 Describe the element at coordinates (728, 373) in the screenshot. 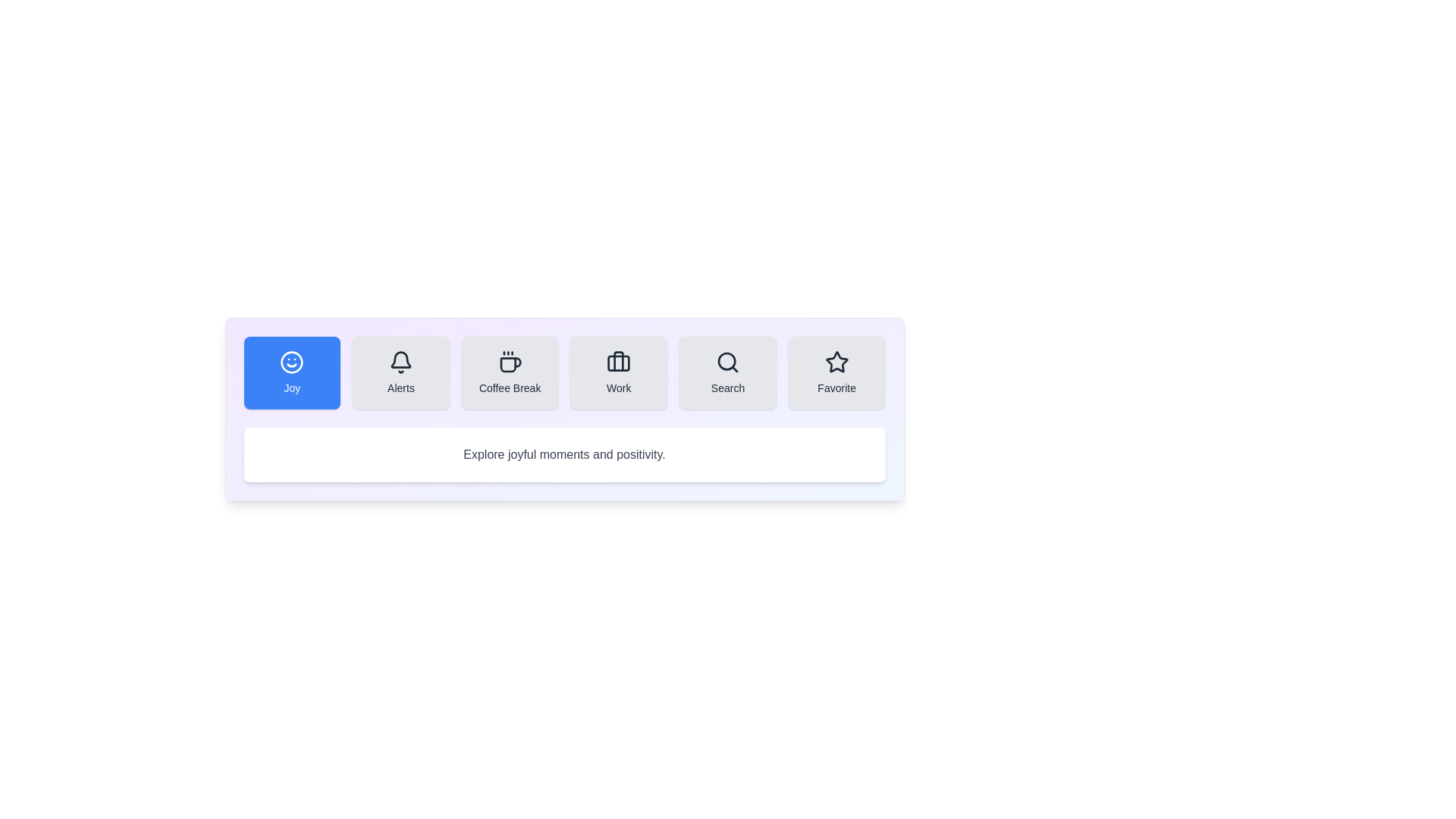

I see `the Search tab to switch its content` at that location.